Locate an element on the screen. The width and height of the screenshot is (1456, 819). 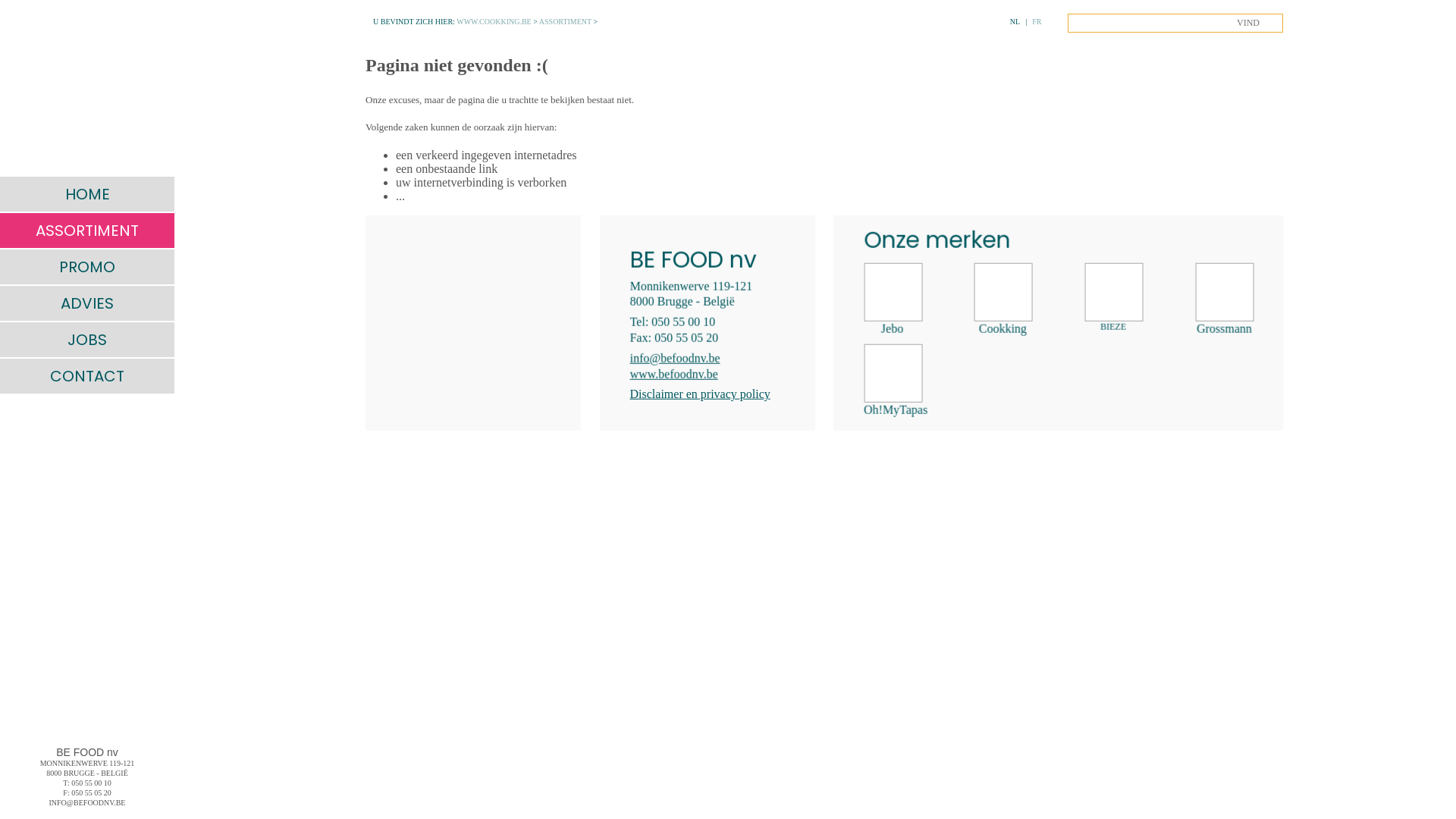
' Cookking' is located at coordinates (1003, 299).